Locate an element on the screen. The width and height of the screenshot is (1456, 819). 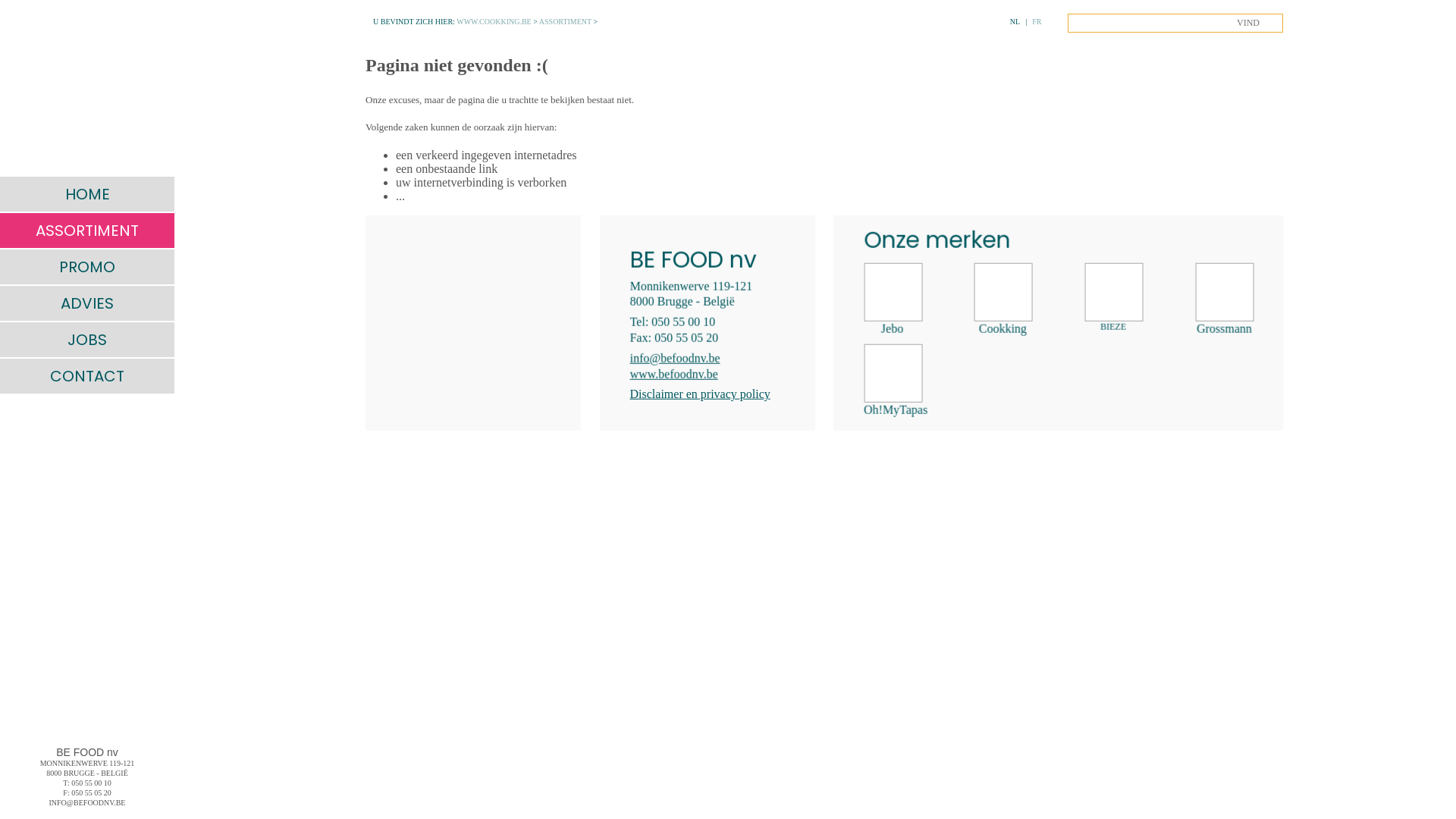
' Cookking' is located at coordinates (1003, 299).